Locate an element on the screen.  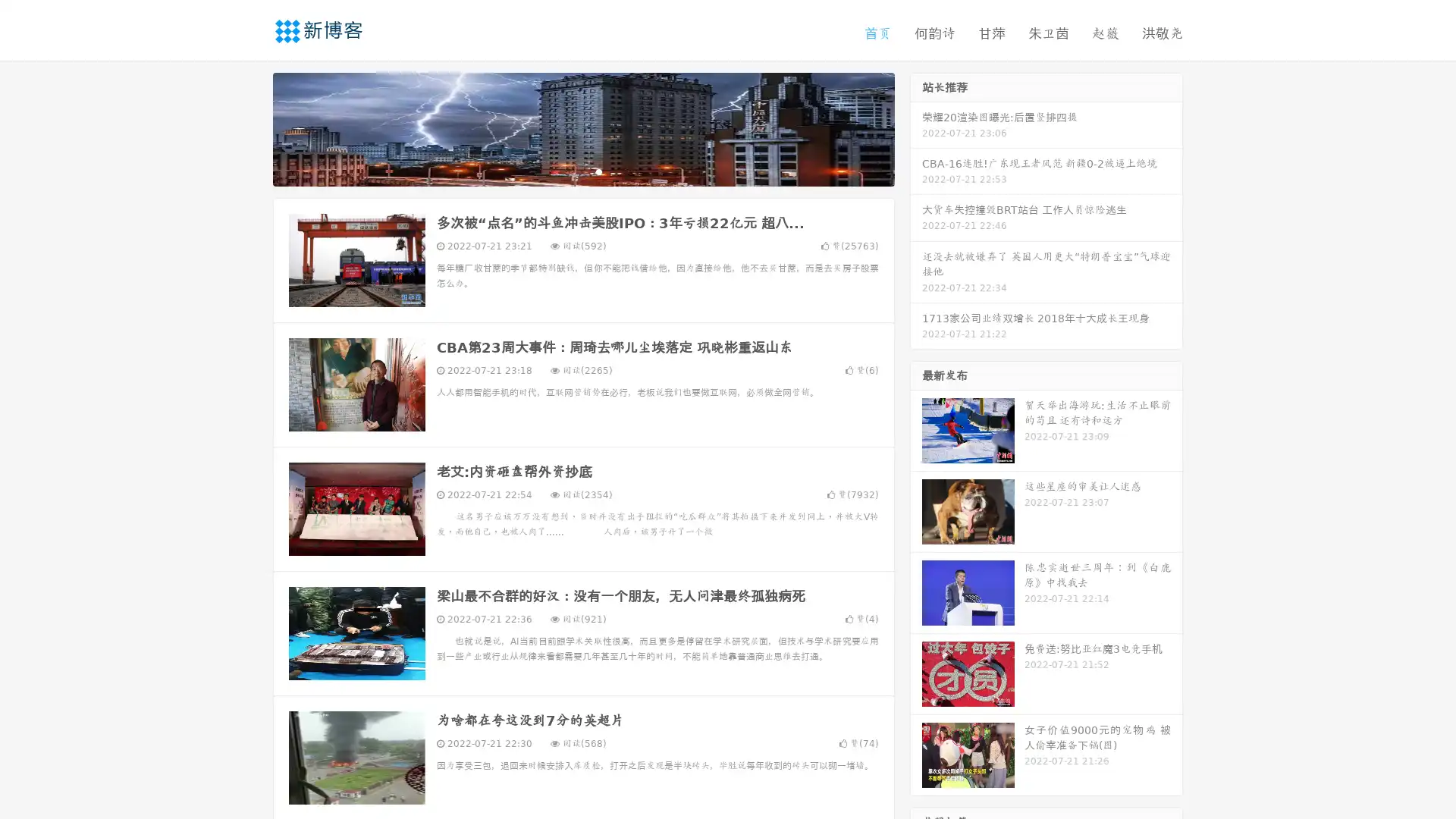
Previous slide is located at coordinates (250, 127).